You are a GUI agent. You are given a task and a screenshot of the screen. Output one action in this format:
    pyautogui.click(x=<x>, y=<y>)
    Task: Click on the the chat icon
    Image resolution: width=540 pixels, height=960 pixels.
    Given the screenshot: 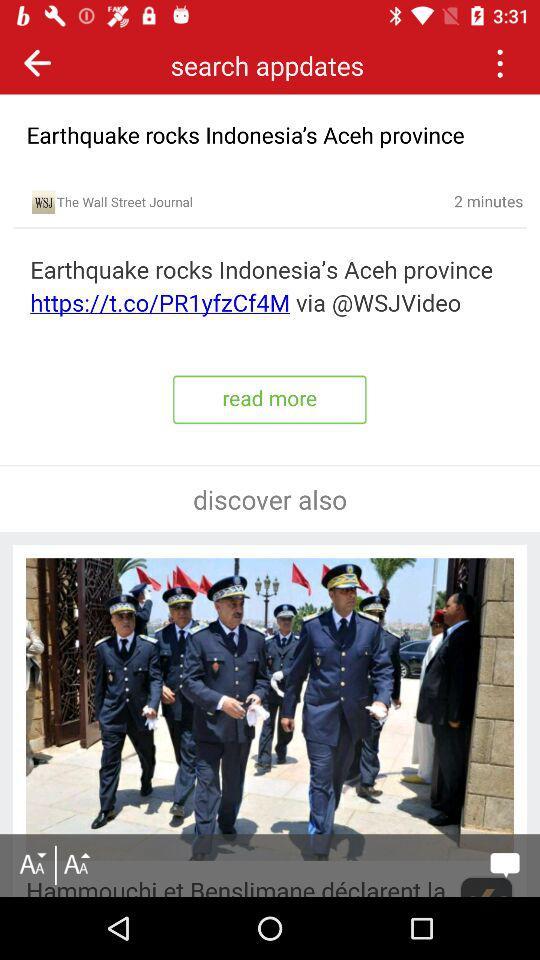 What is the action you would take?
    pyautogui.click(x=504, y=864)
    